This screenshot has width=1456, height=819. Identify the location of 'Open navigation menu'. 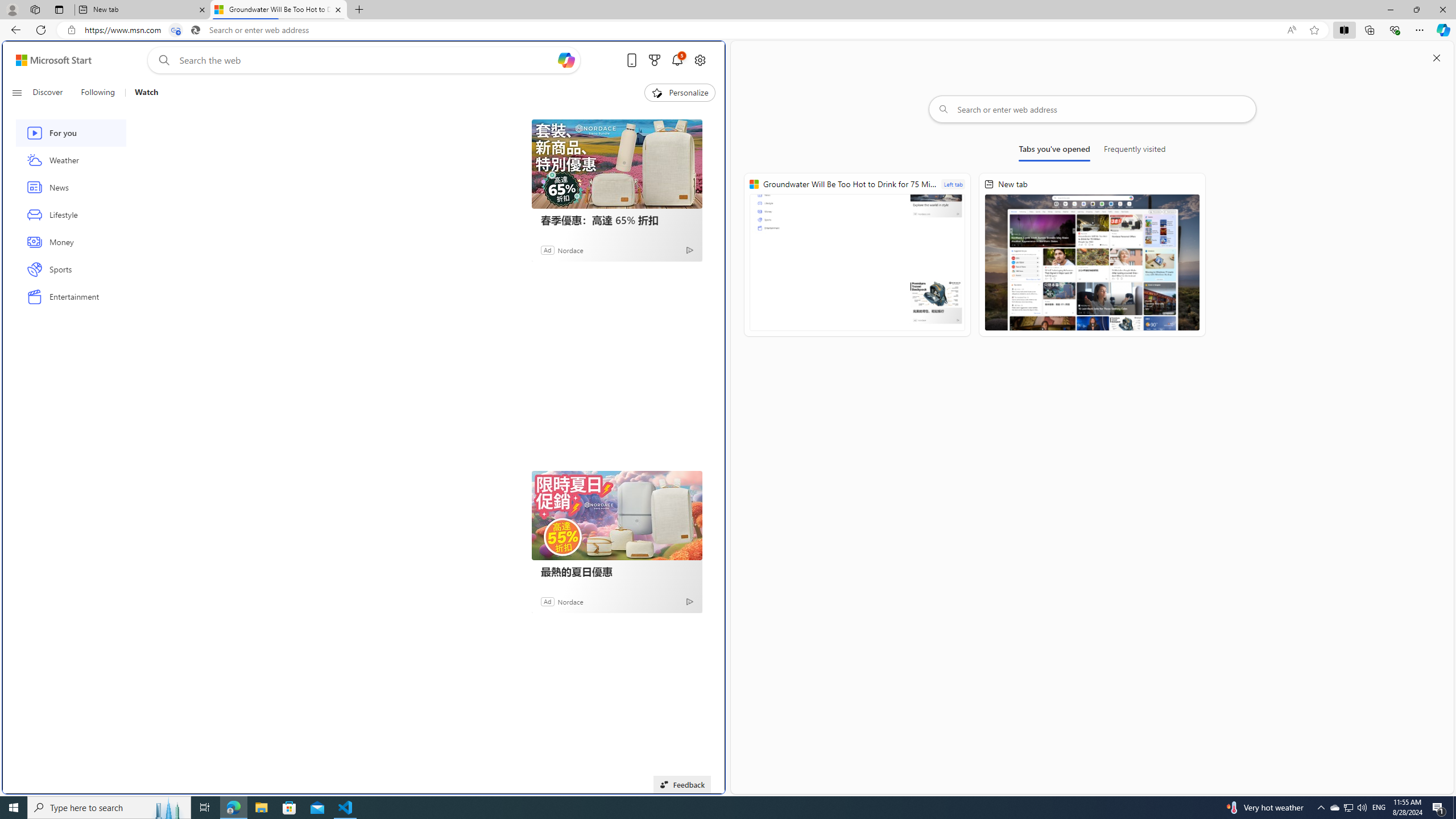
(16, 92).